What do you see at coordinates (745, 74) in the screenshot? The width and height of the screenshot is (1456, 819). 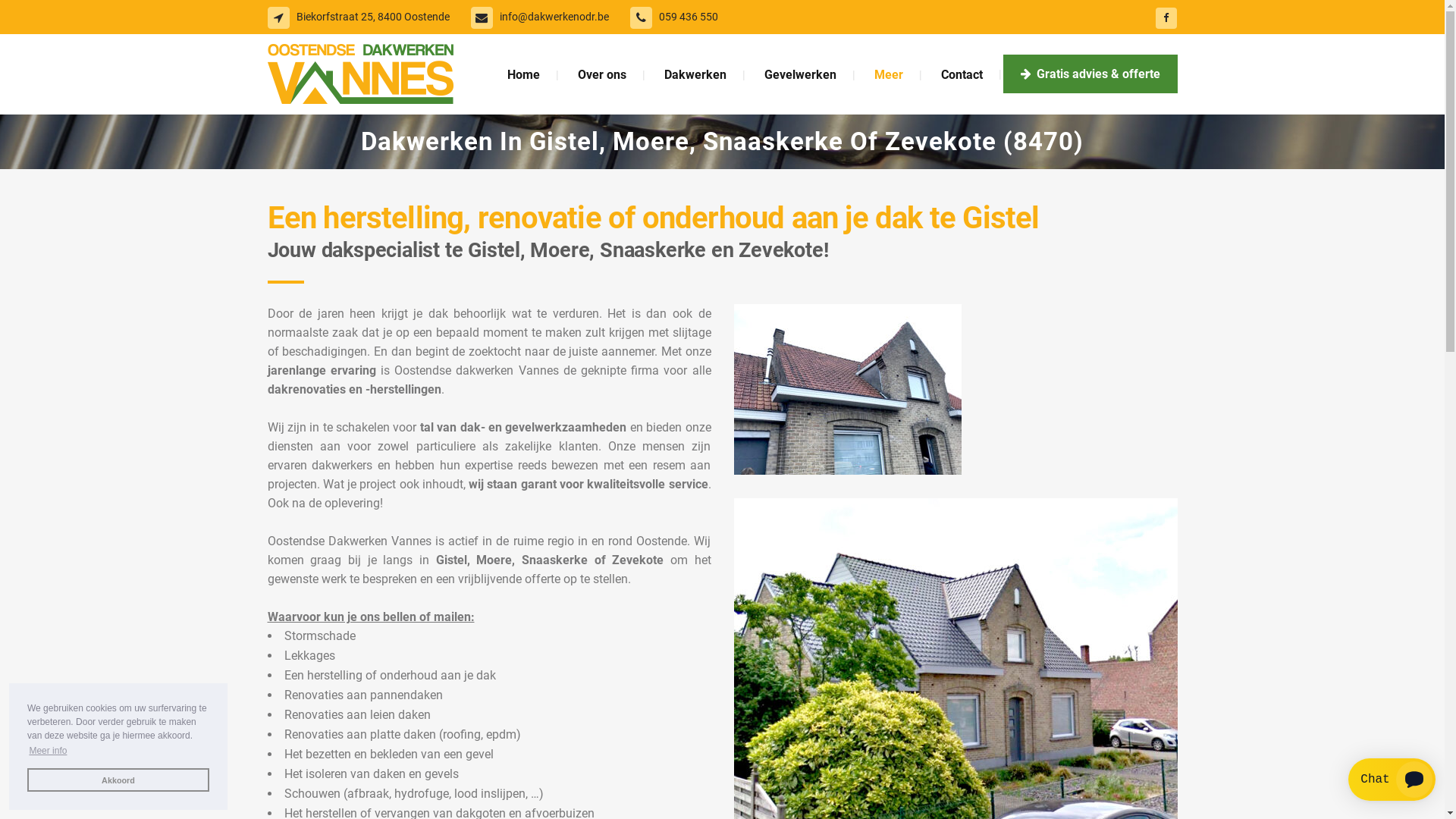 I see `'Gevelwerken'` at bounding box center [745, 74].